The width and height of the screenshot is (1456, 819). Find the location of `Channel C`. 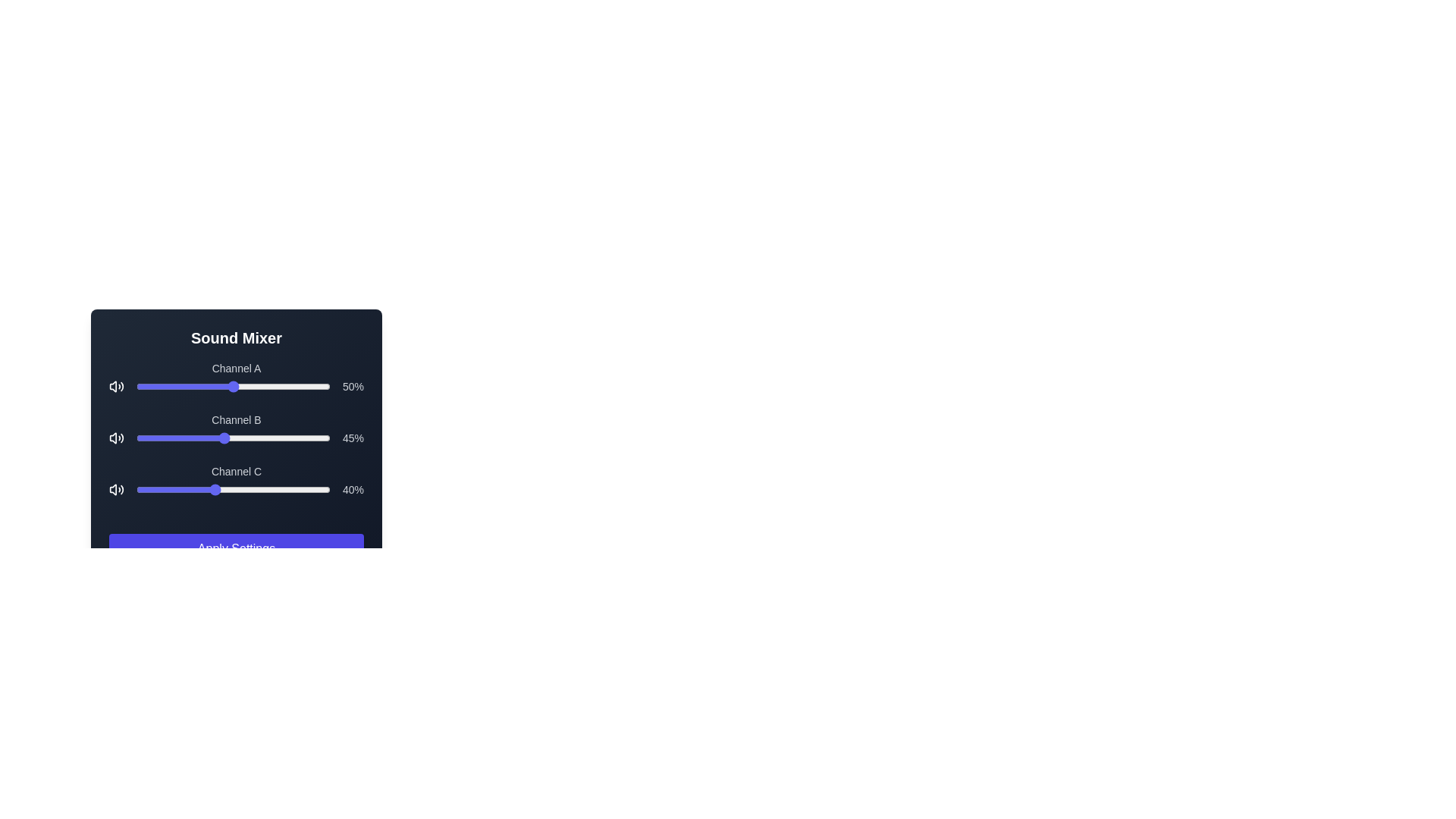

Channel C is located at coordinates (221, 489).